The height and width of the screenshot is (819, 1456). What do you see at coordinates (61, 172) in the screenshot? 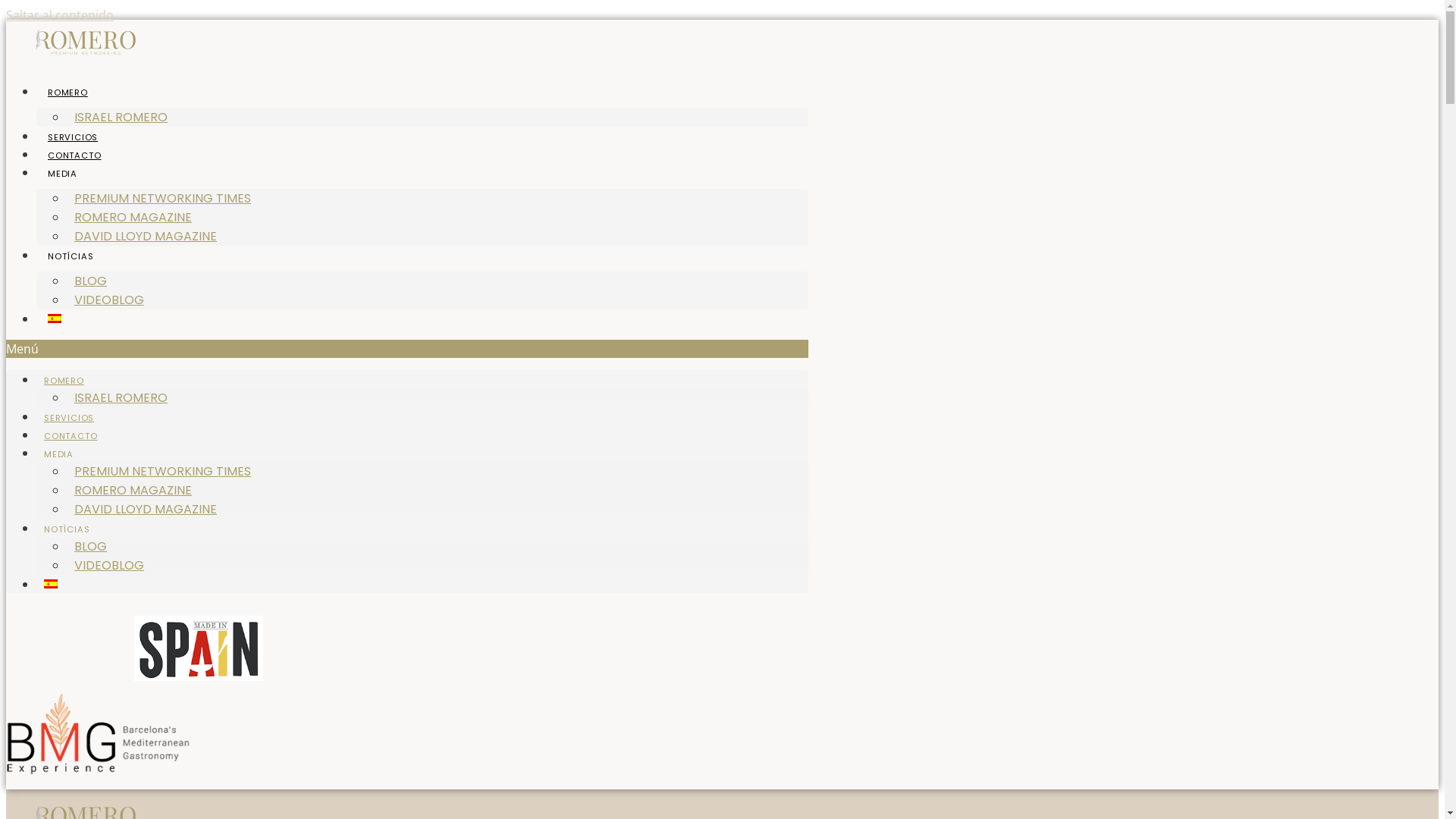
I see `'MEDIA'` at bounding box center [61, 172].